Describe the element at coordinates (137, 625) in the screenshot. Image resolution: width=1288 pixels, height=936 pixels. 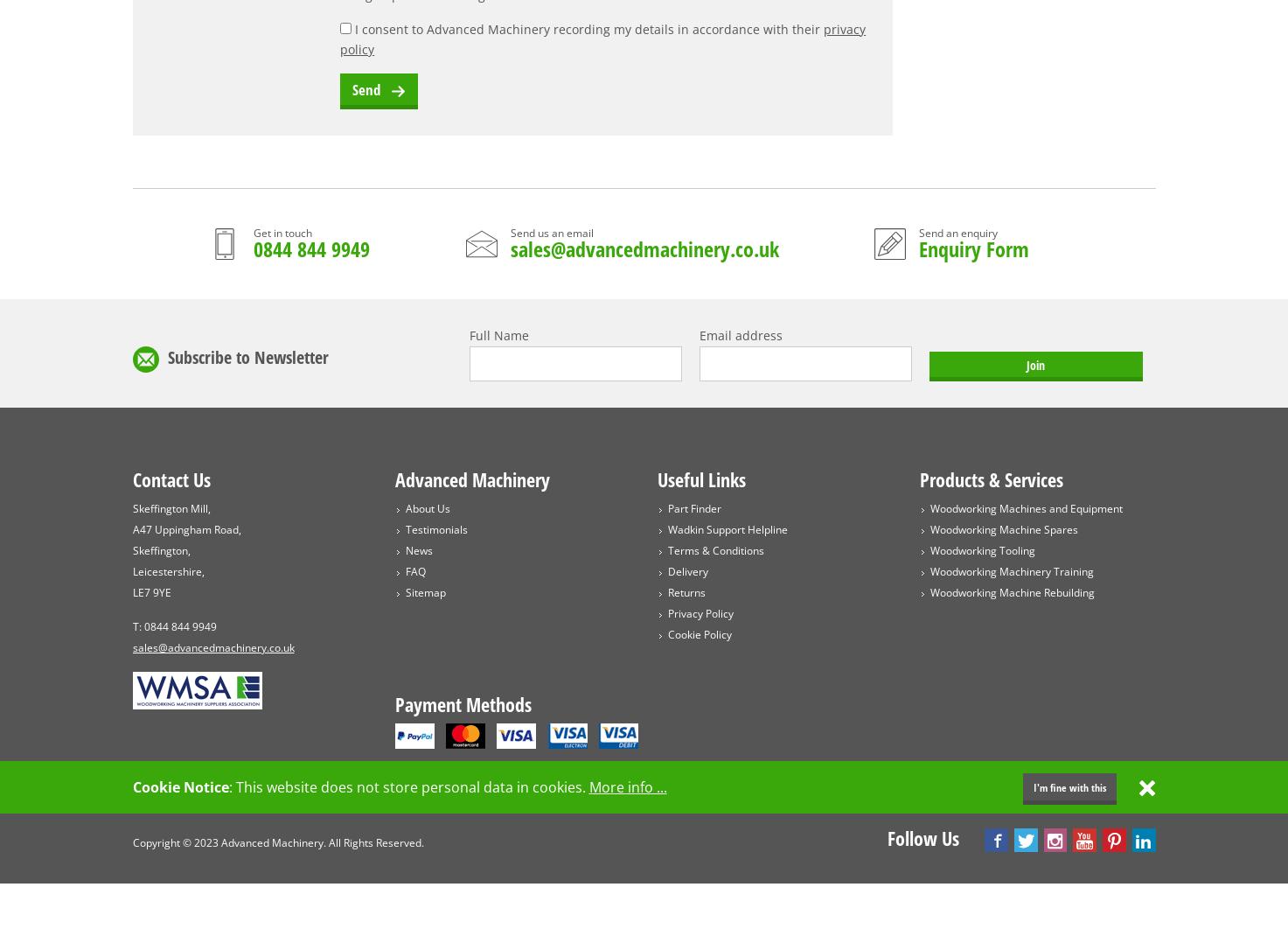
I see `'T:'` at that location.